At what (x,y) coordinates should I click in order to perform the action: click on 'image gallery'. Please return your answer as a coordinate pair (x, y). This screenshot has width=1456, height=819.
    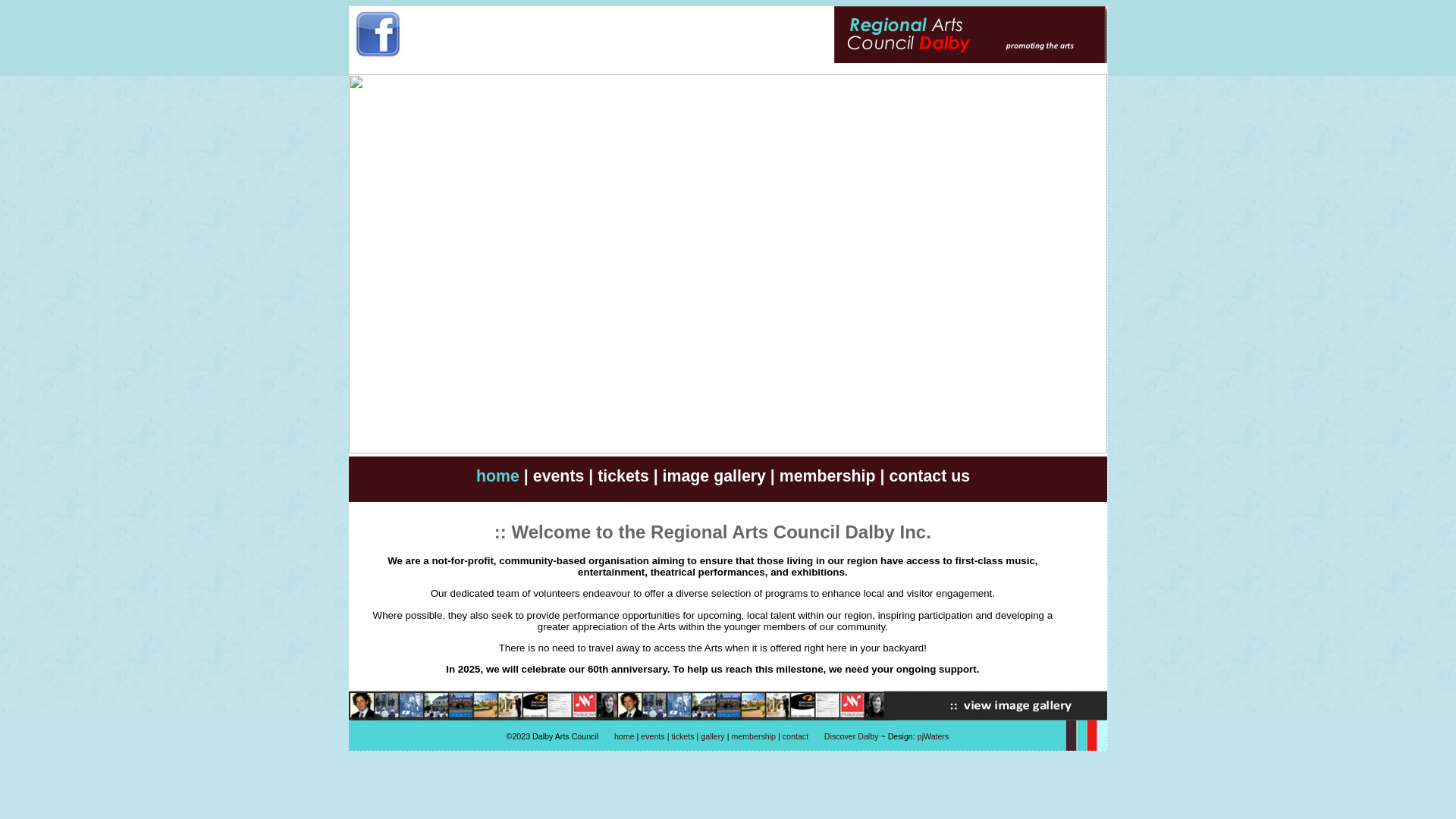
    Looking at the image, I should click on (713, 475).